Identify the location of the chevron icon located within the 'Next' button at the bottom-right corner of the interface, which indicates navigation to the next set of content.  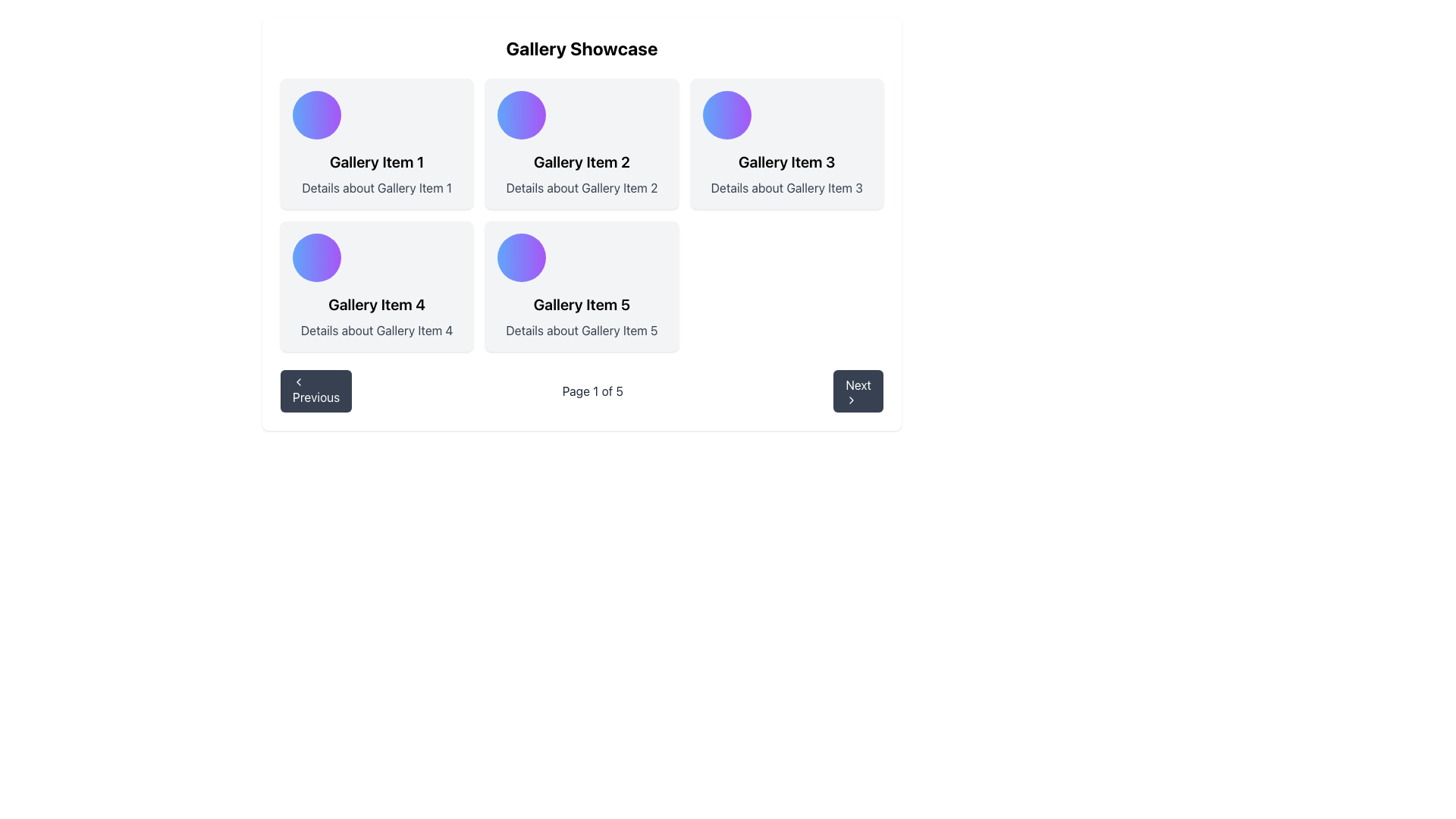
(852, 400).